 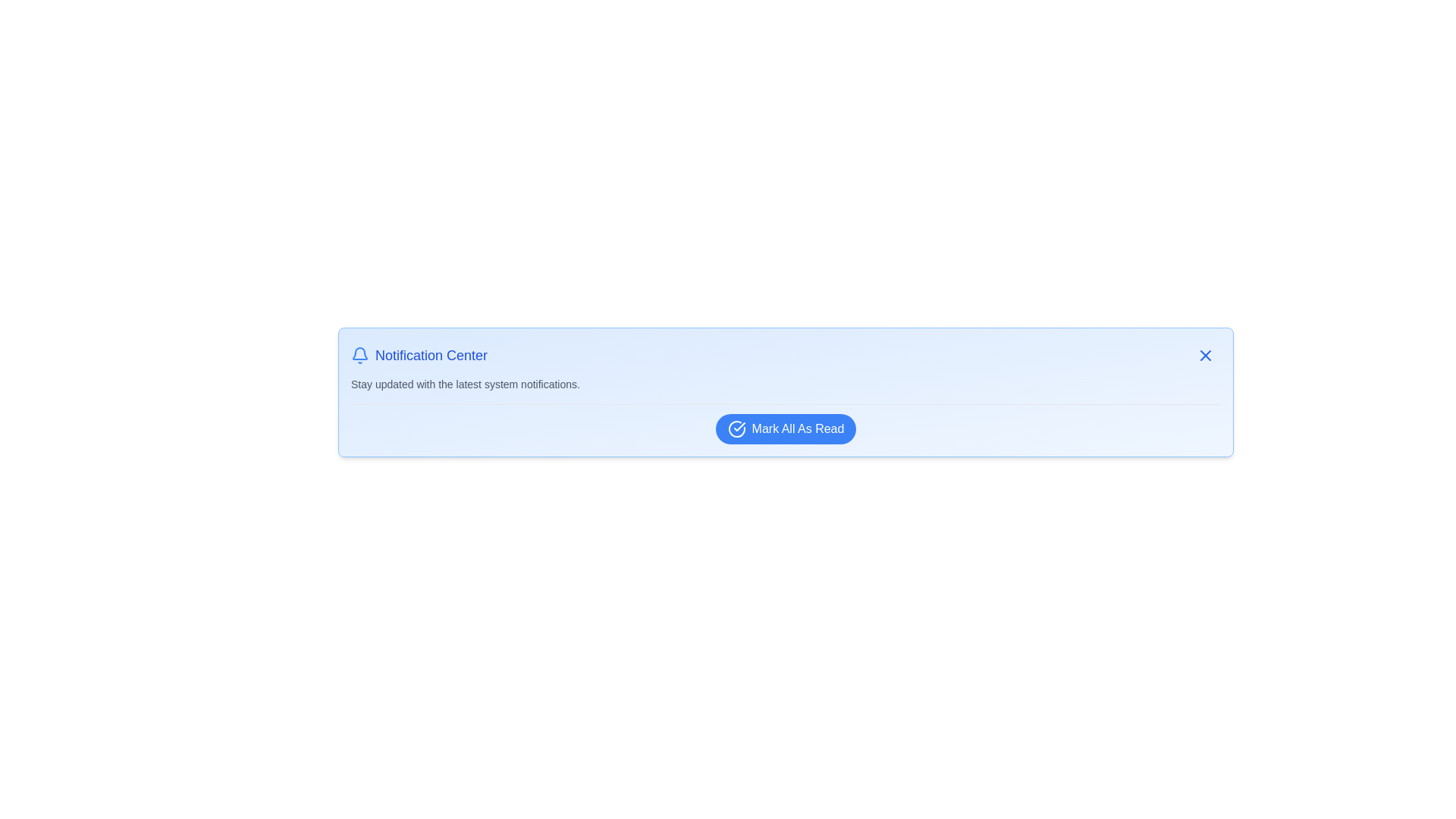 I want to click on the circular blue icon with a checkmark inside, located to the left of the 'Mark All As Read' button in the notification panel, so click(x=736, y=429).